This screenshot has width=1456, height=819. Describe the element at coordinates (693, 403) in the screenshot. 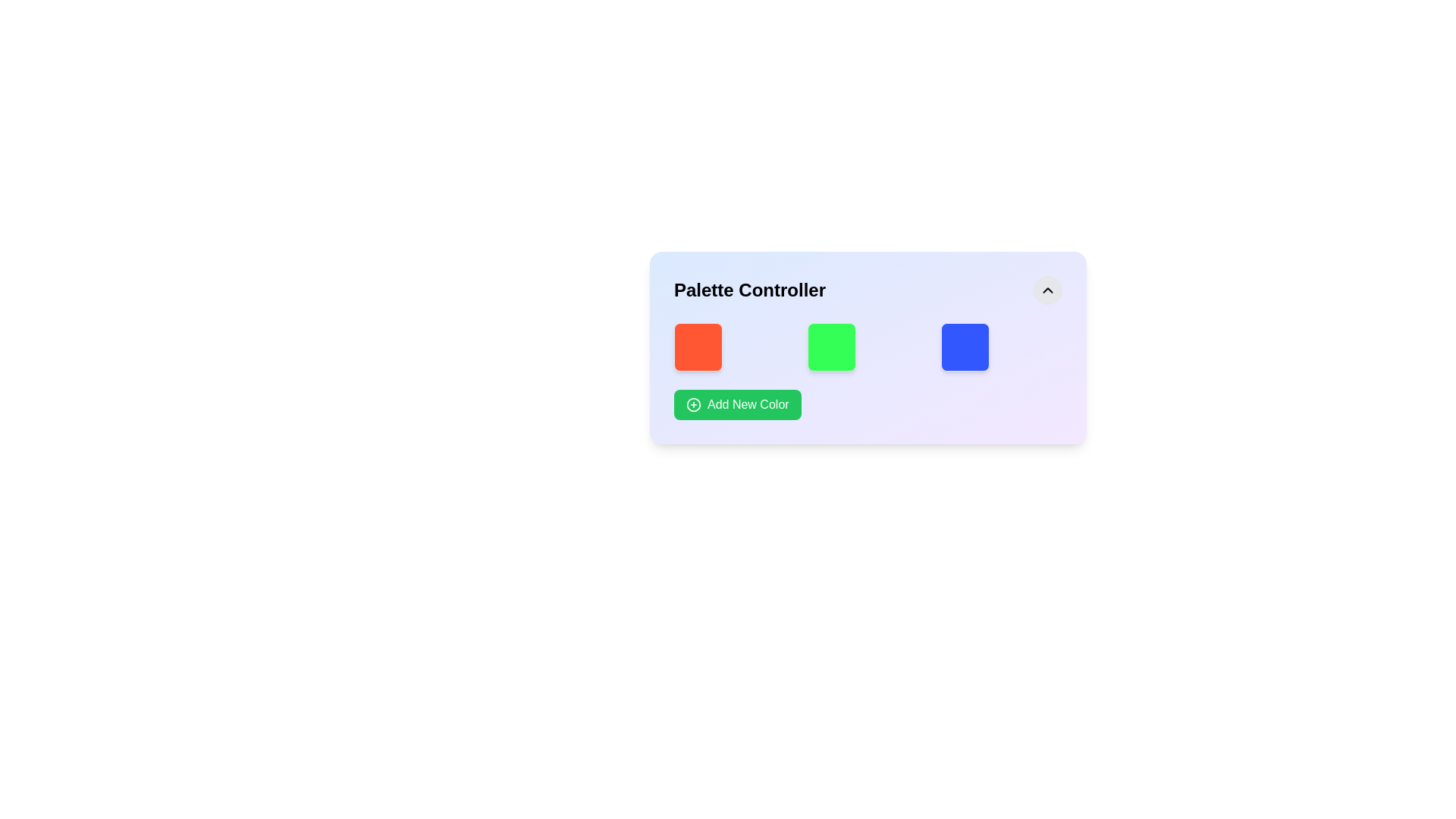

I see `the small circular icon with a plus symbol inside, which has a green background and is positioned to the left of the 'Add New Color' button` at that location.